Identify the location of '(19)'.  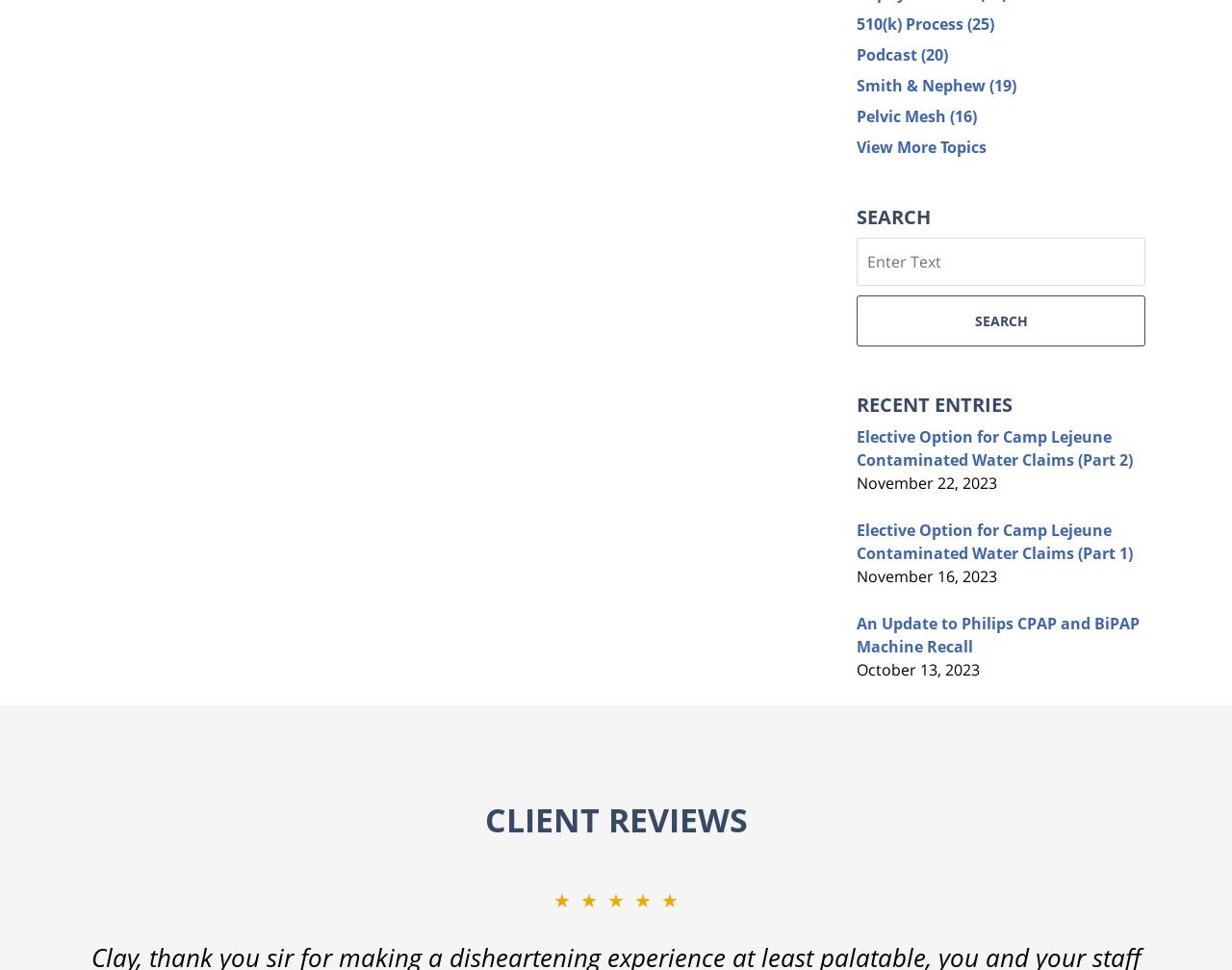
(1002, 84).